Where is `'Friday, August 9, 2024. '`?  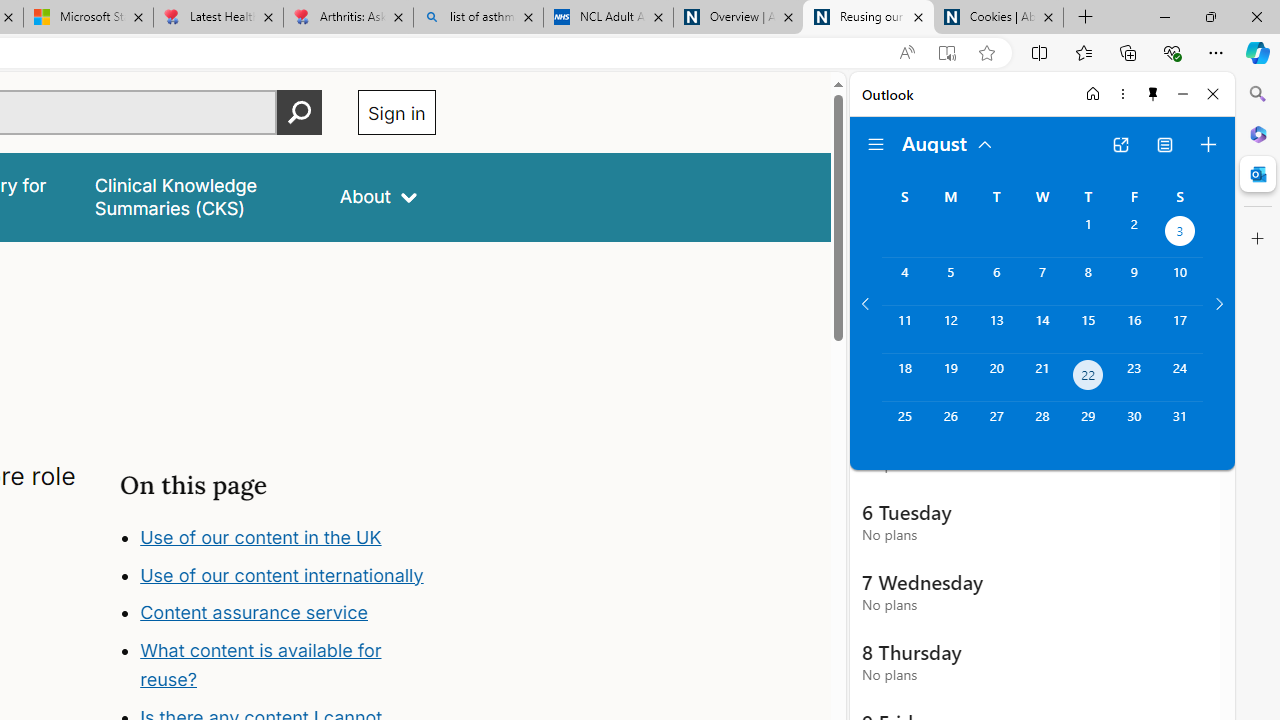 'Friday, August 9, 2024. ' is located at coordinates (1134, 281).